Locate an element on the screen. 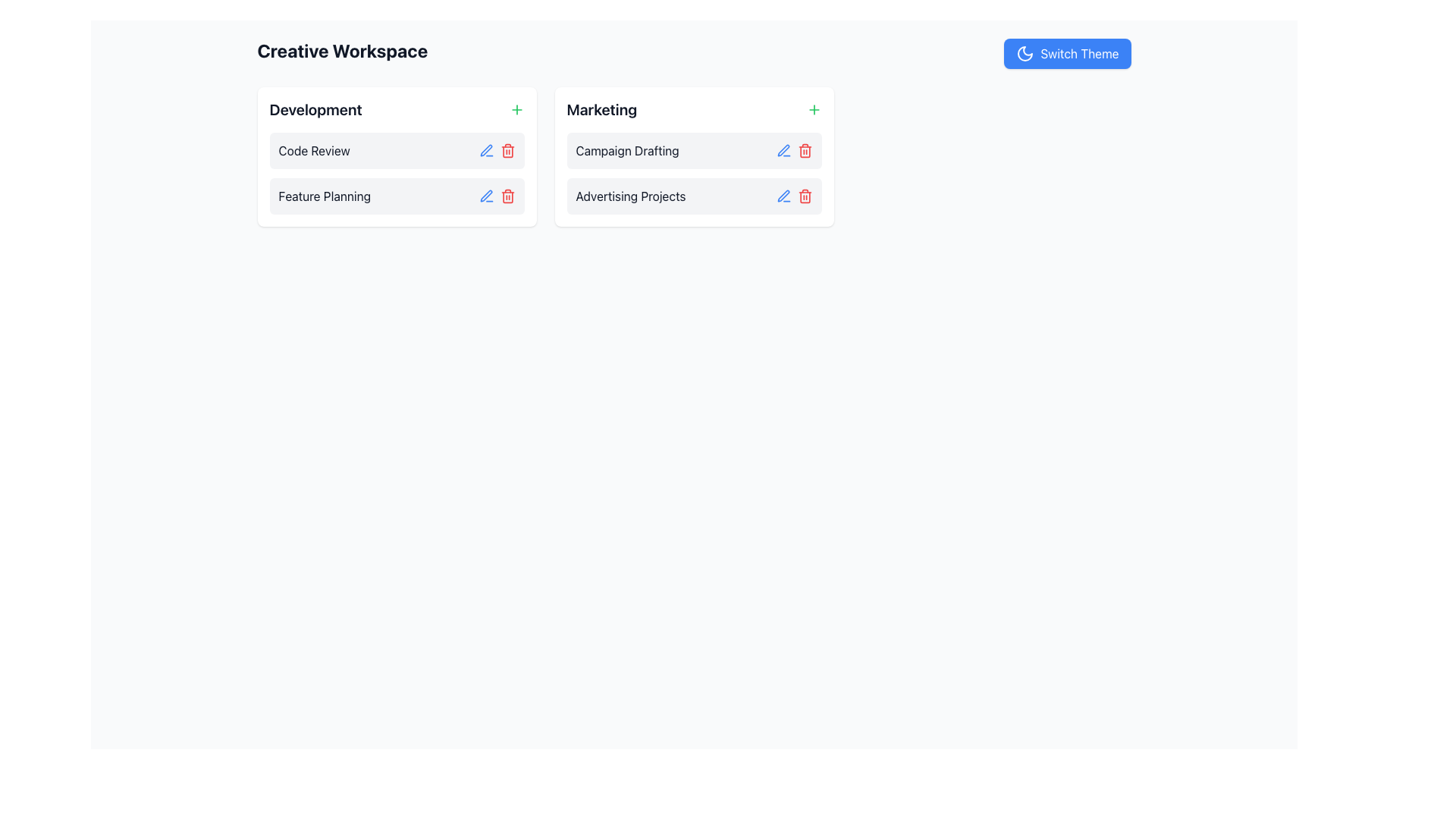 The height and width of the screenshot is (819, 1456). the 'Development' header text element, which is displayed in bold and larger font, positioned near the left edge above the list items is located at coordinates (315, 109).